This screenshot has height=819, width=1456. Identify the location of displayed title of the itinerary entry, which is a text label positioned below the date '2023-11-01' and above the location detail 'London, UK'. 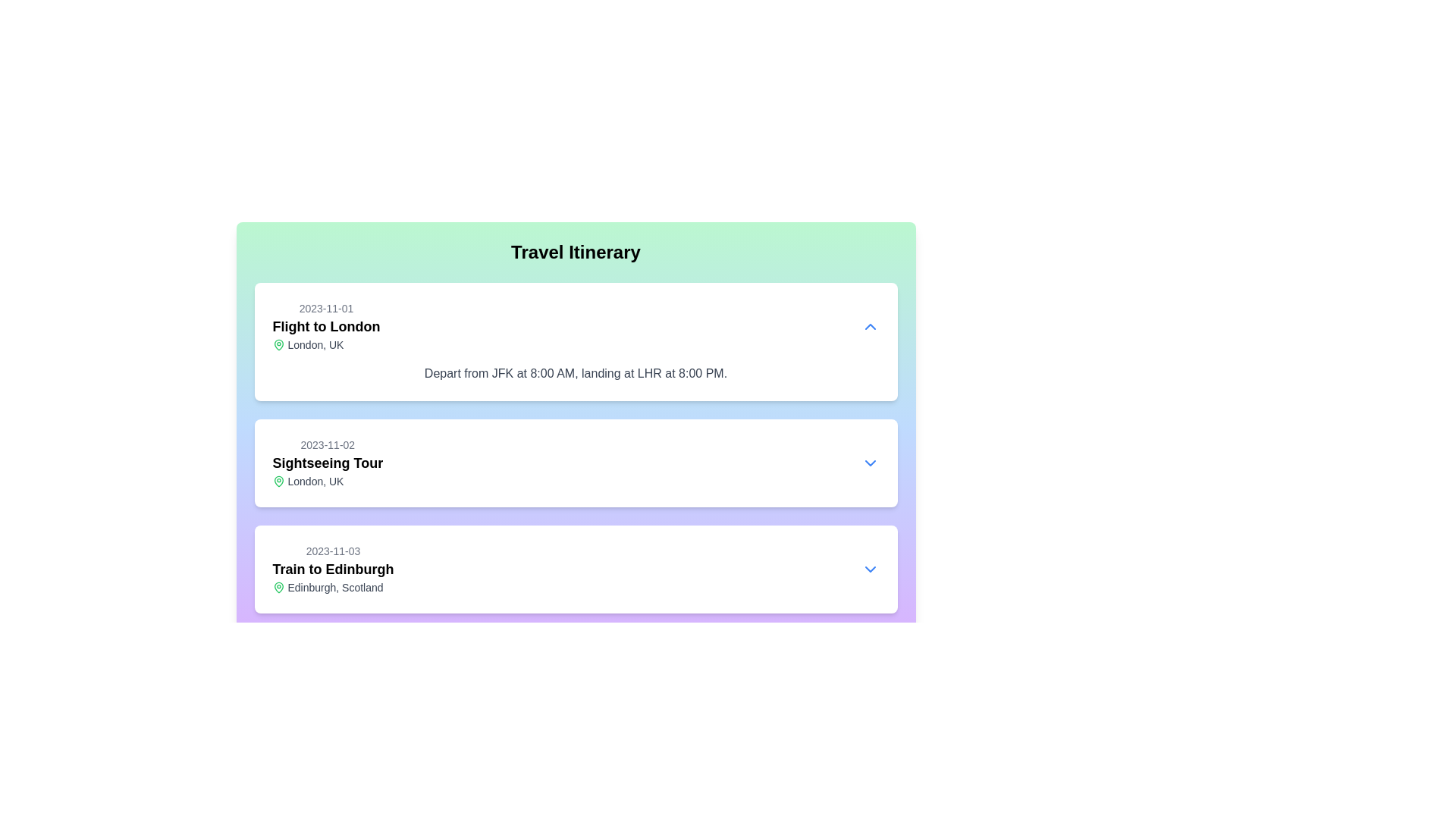
(325, 326).